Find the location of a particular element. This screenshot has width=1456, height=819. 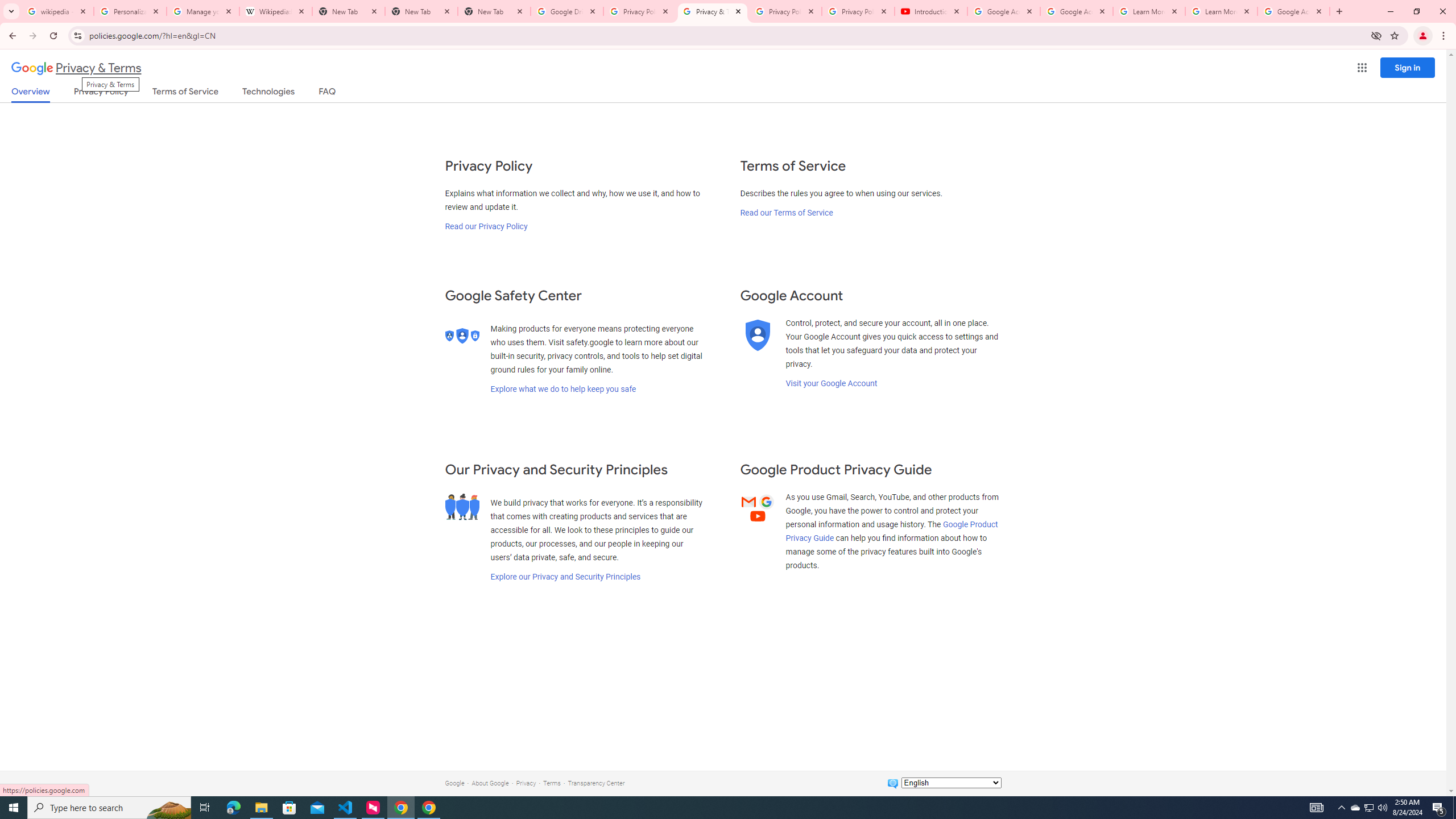

'Read our Privacy Policy' is located at coordinates (485, 226).